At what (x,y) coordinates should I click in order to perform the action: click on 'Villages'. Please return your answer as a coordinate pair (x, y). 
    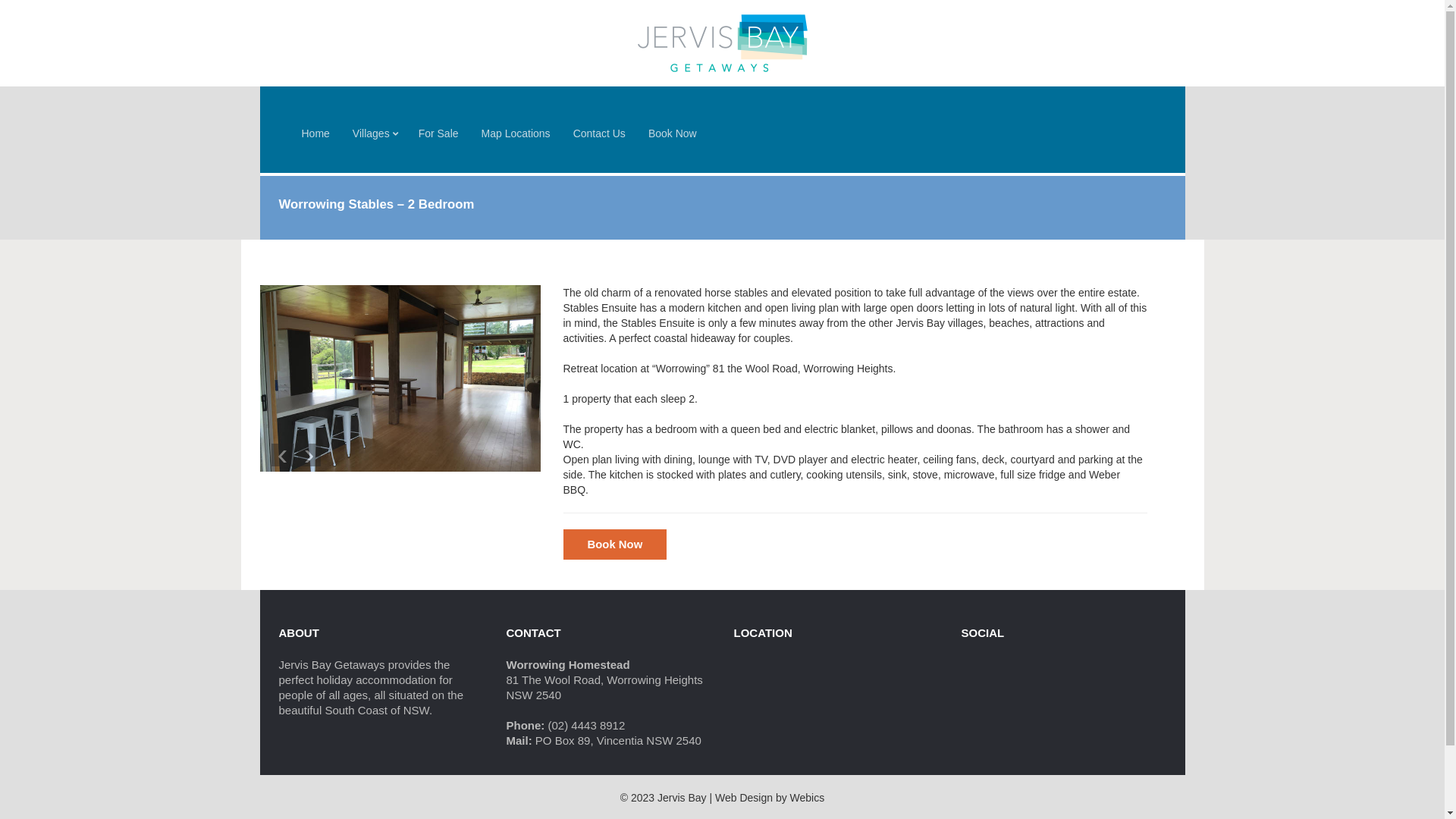
    Looking at the image, I should click on (374, 133).